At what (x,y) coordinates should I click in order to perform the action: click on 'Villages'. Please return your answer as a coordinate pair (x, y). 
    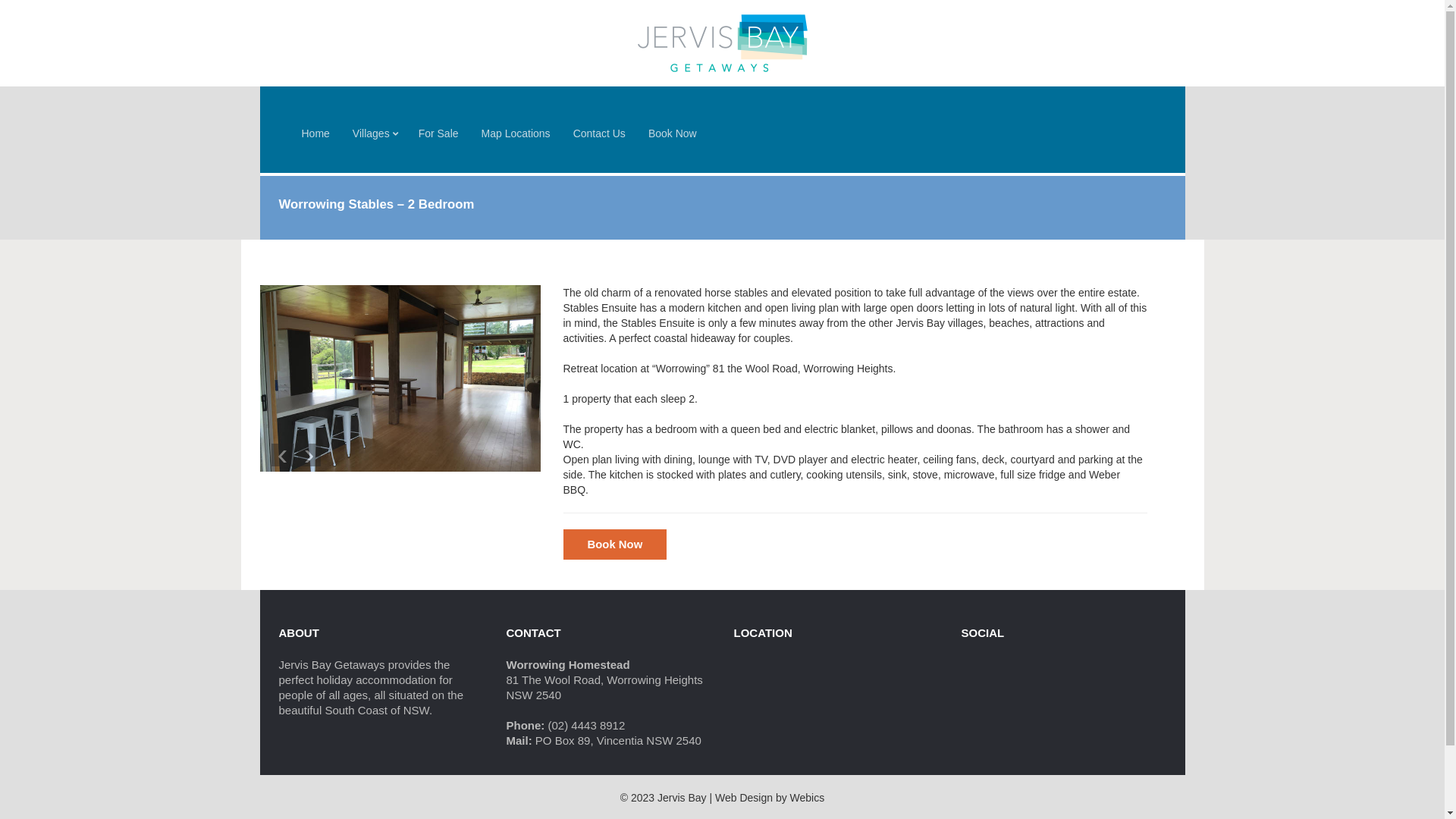
    Looking at the image, I should click on (374, 133).